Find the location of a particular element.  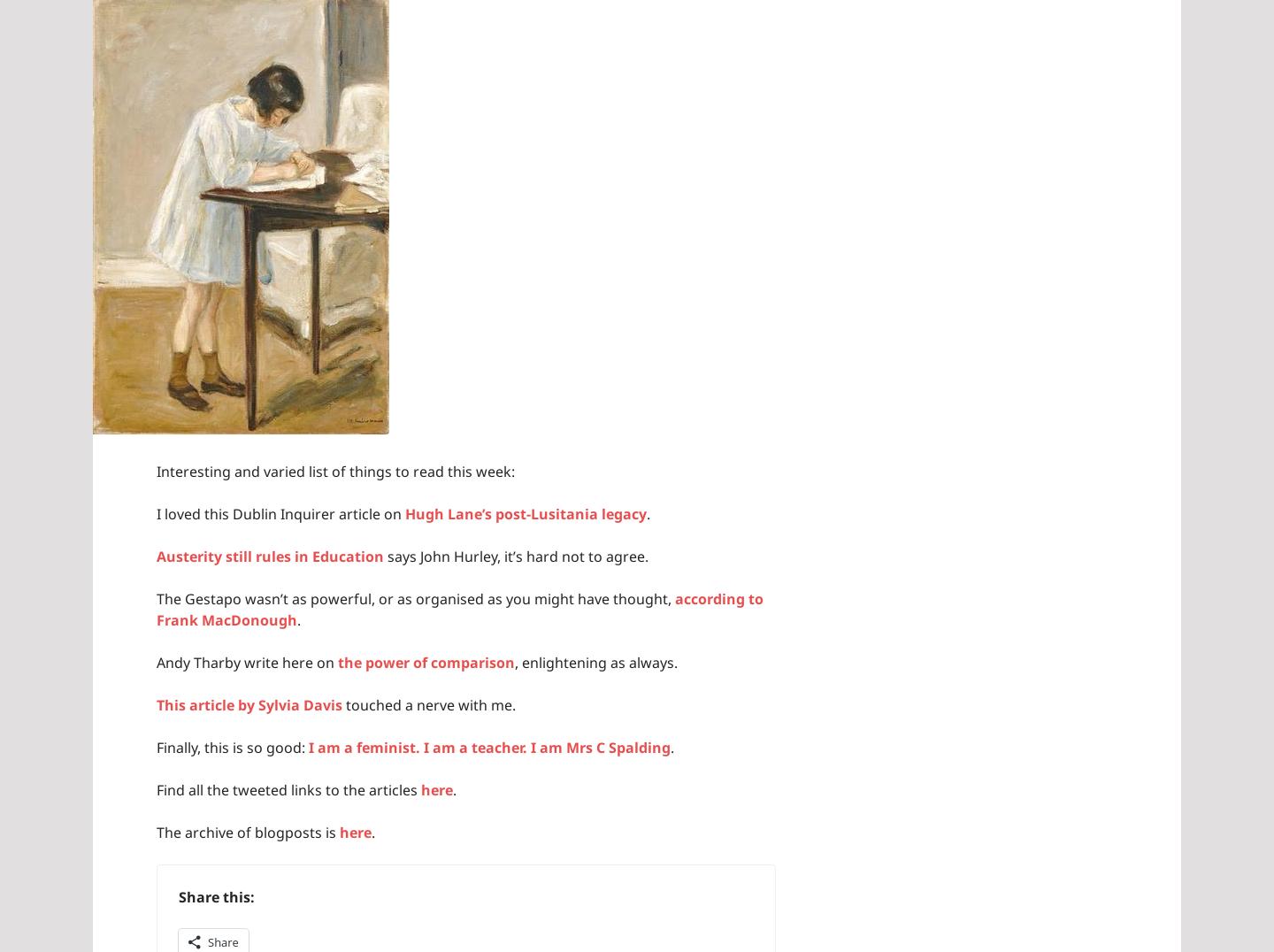

'I loved this Dublin Inquirer article on' is located at coordinates (280, 511).